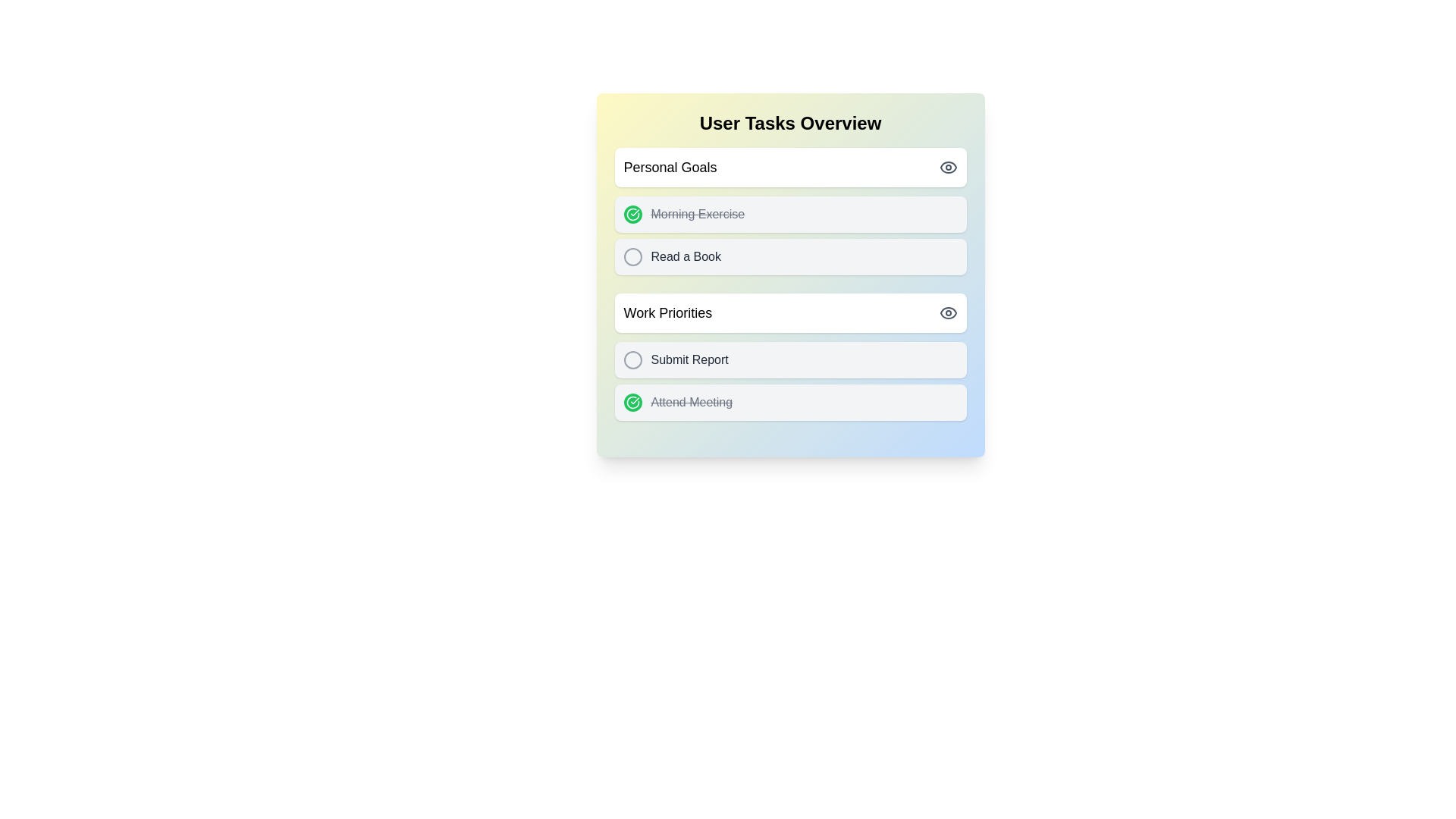 The width and height of the screenshot is (1456, 819). Describe the element at coordinates (789, 256) in the screenshot. I see `the List item labeled 'Read a Book' in the 'Personal Goals' section, which is the second item below 'Morning Exercise'` at that location.